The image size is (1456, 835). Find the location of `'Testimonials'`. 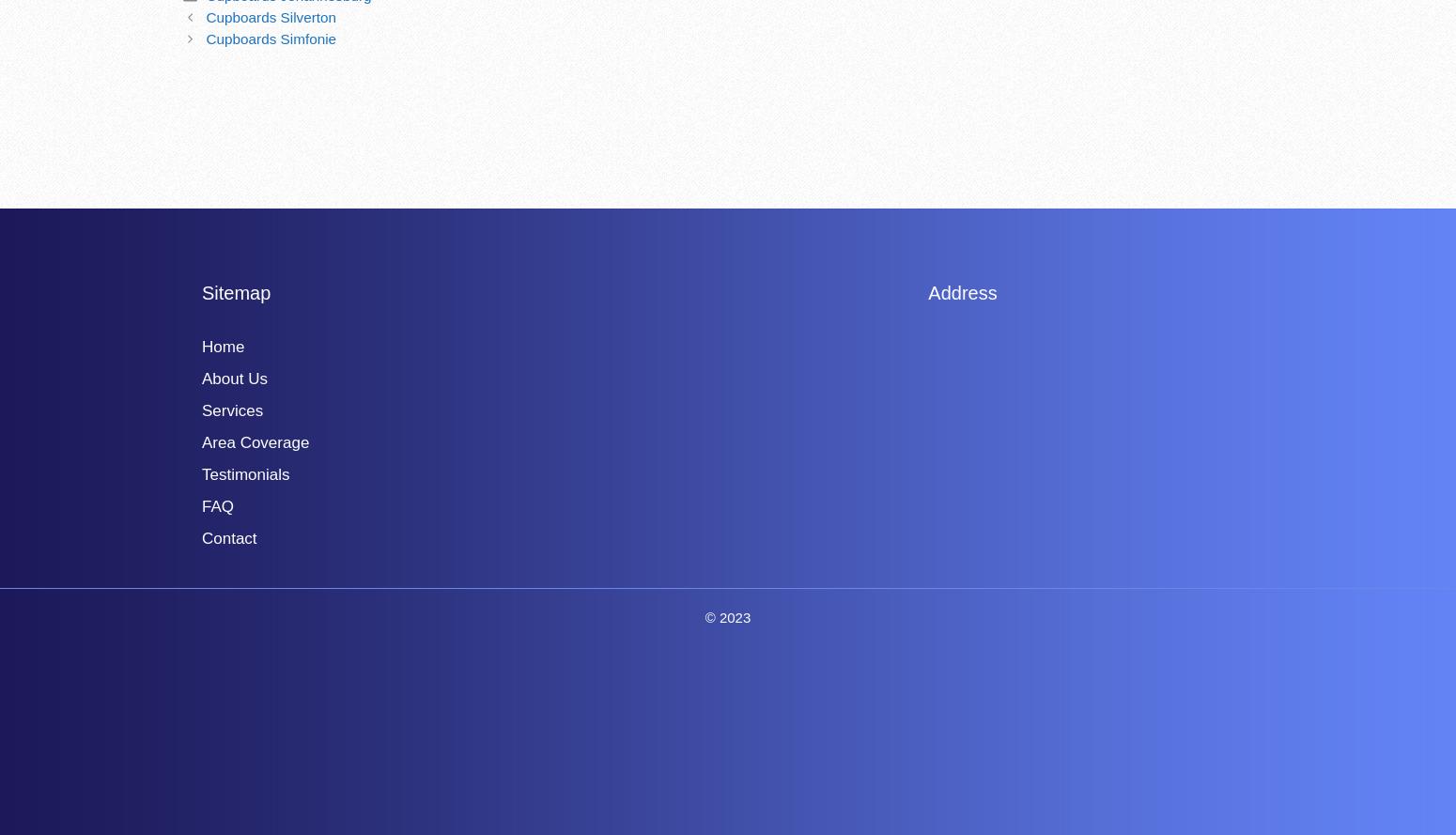

'Testimonials' is located at coordinates (200, 472).